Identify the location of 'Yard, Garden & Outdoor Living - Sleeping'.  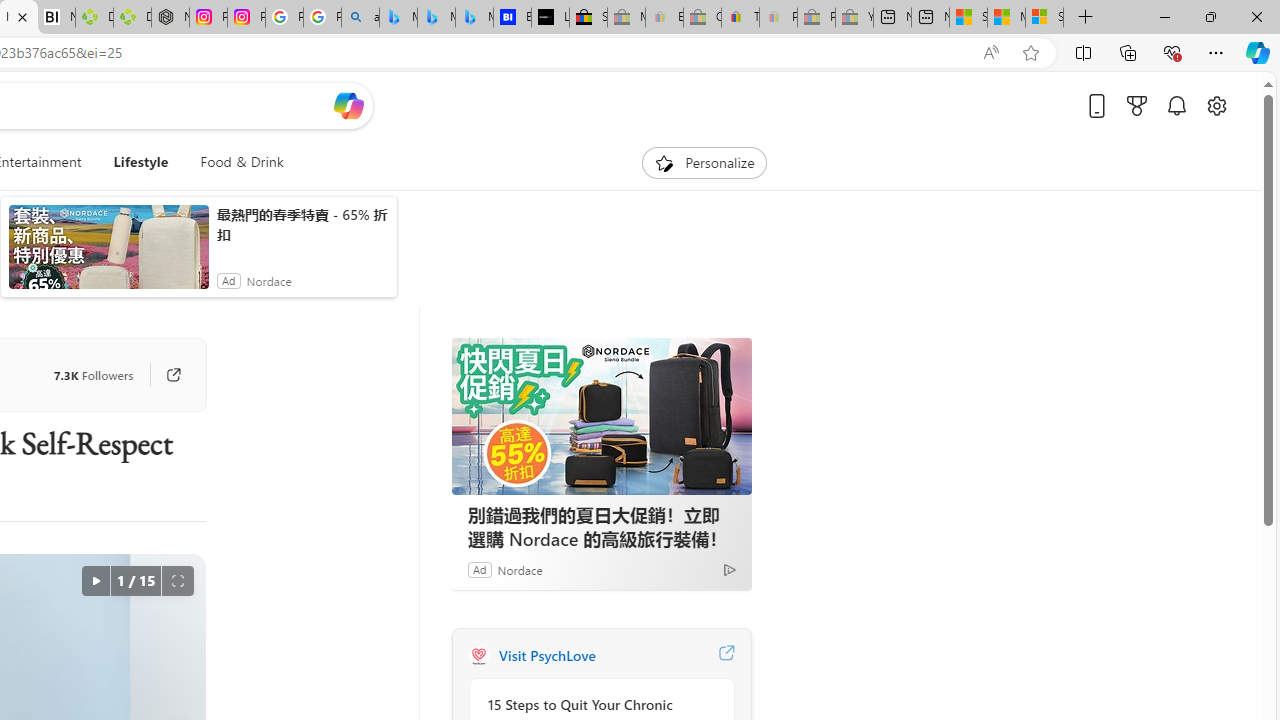
(854, 17).